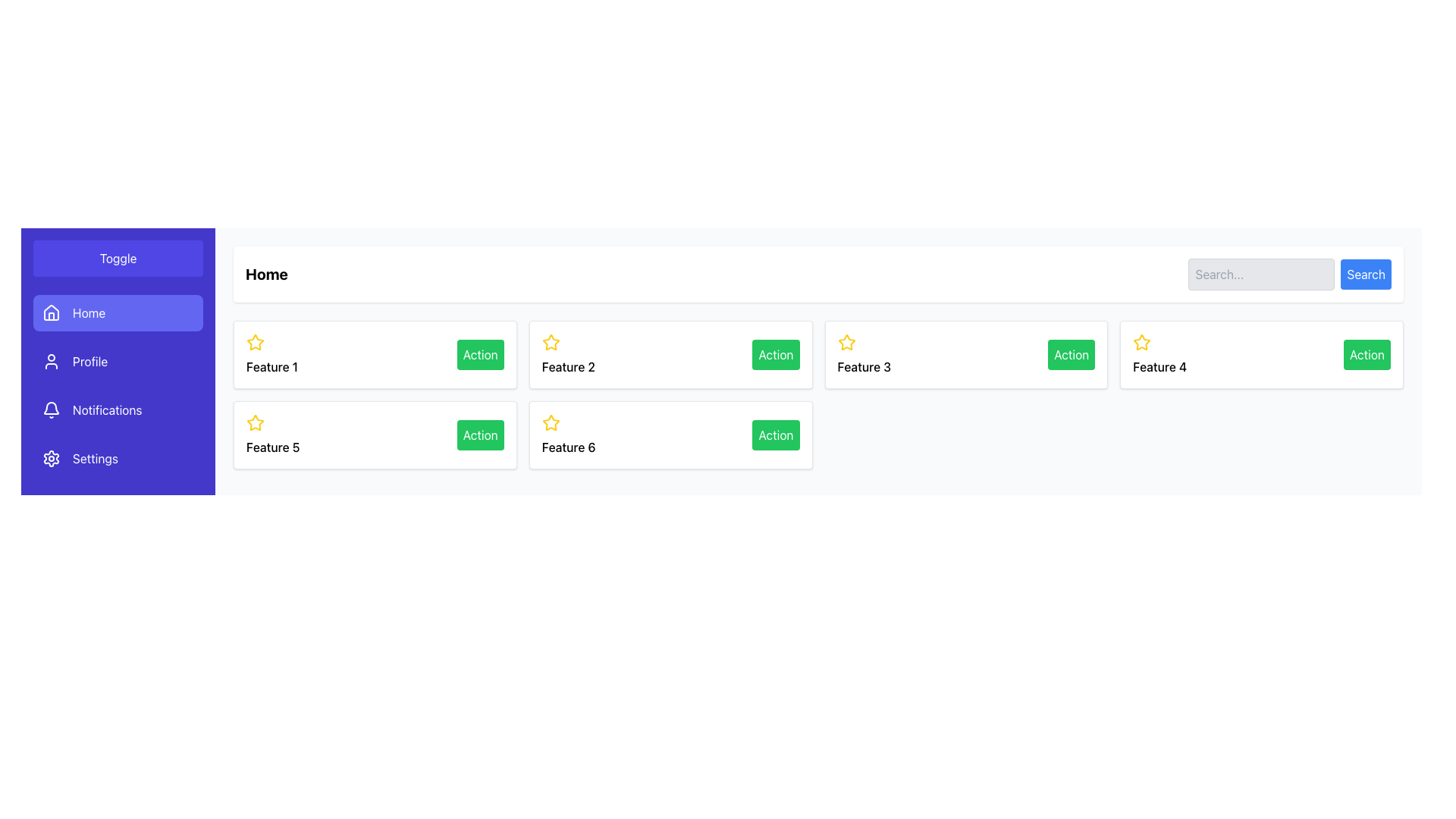 The width and height of the screenshot is (1456, 819). Describe the element at coordinates (106, 409) in the screenshot. I see `the 'Notifications' text label, which is the fourth navigation item in the vertical list of the blue sidebar` at that location.